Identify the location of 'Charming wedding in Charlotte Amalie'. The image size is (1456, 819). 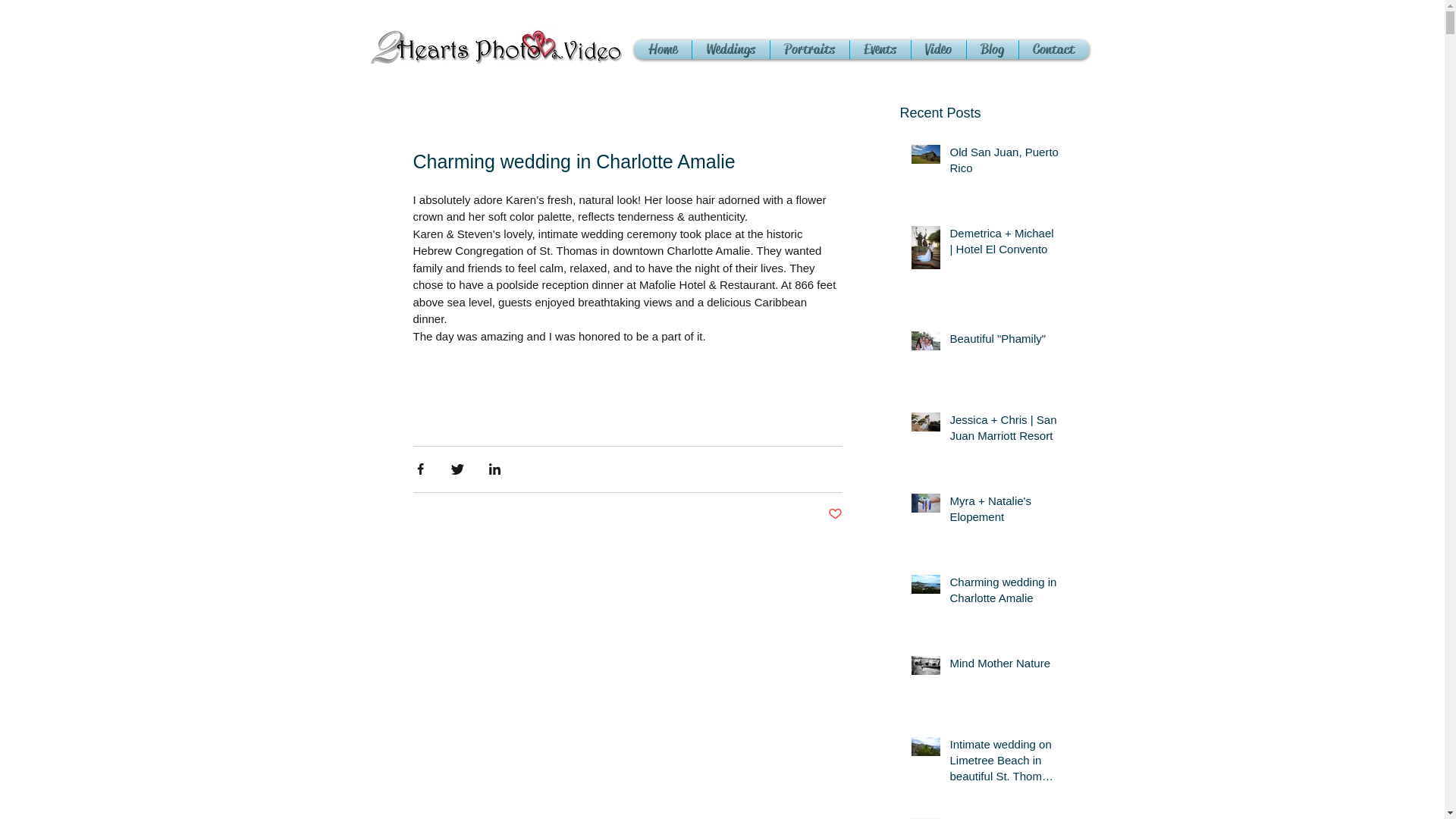
(949, 592).